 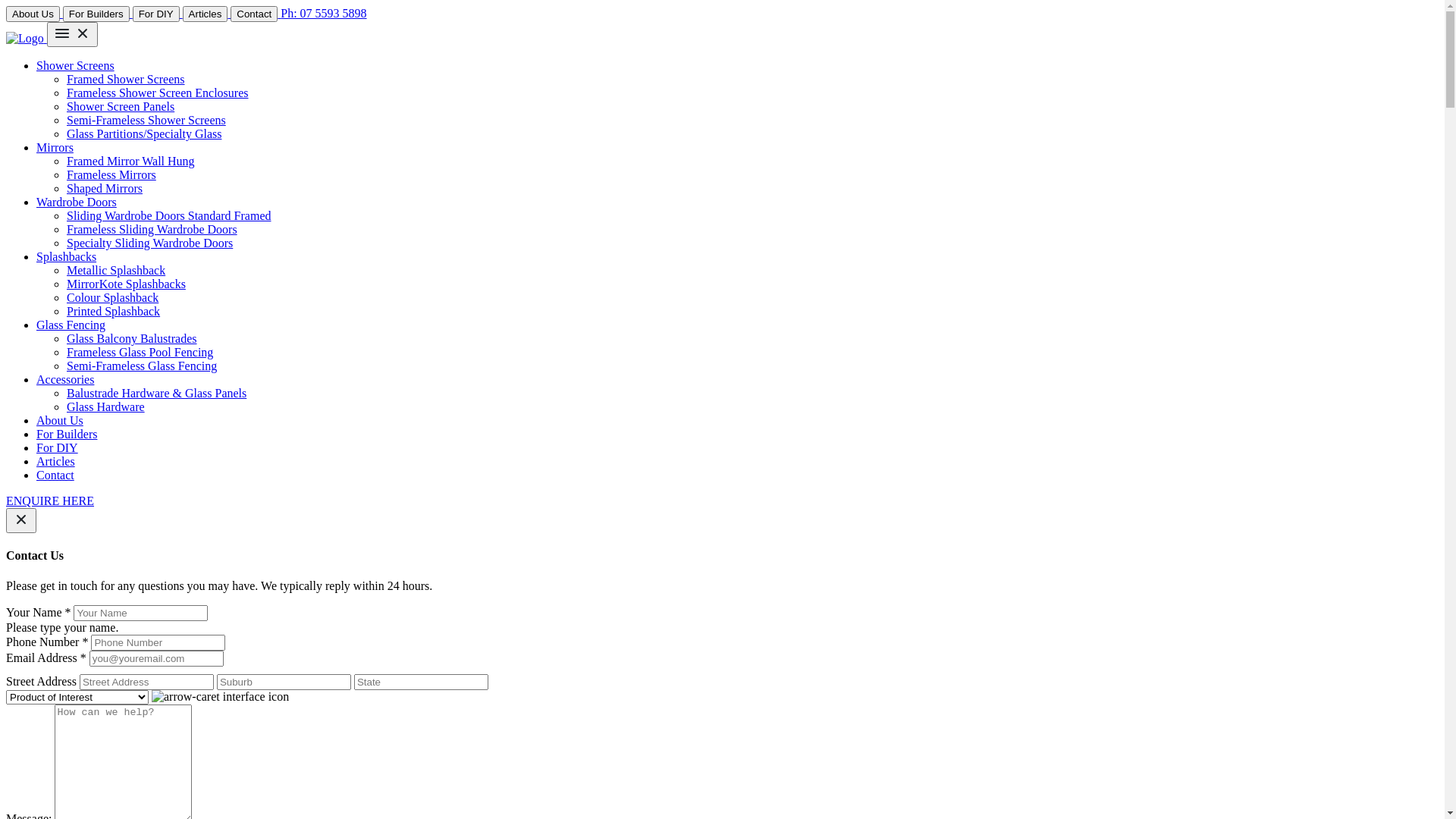 What do you see at coordinates (111, 174) in the screenshot?
I see `'Frameless Mirrors'` at bounding box center [111, 174].